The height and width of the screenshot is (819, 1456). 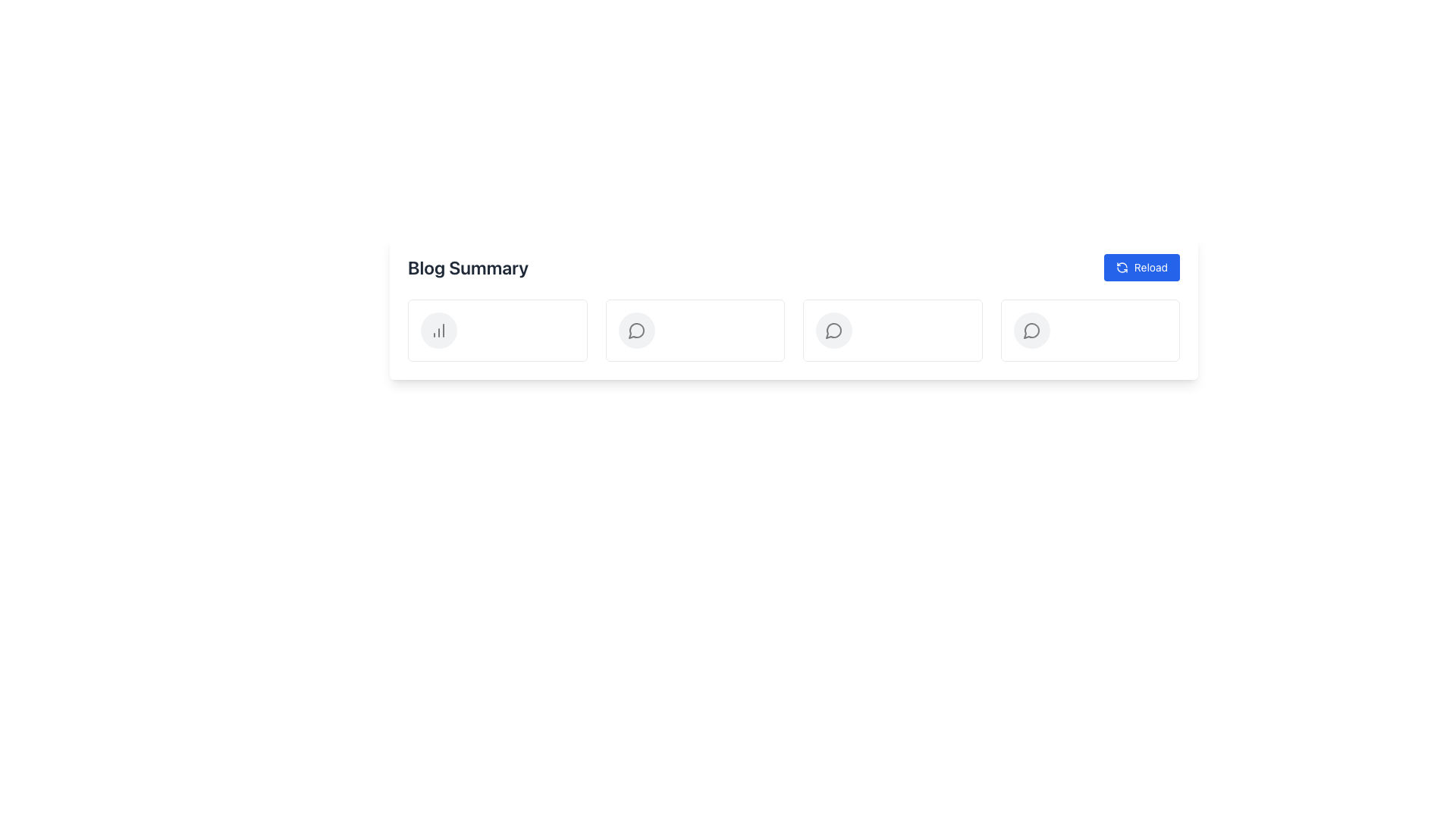 I want to click on the small, circular chat bubble icon located in the fourth box below the 'Blog Summary' title, so click(x=833, y=330).